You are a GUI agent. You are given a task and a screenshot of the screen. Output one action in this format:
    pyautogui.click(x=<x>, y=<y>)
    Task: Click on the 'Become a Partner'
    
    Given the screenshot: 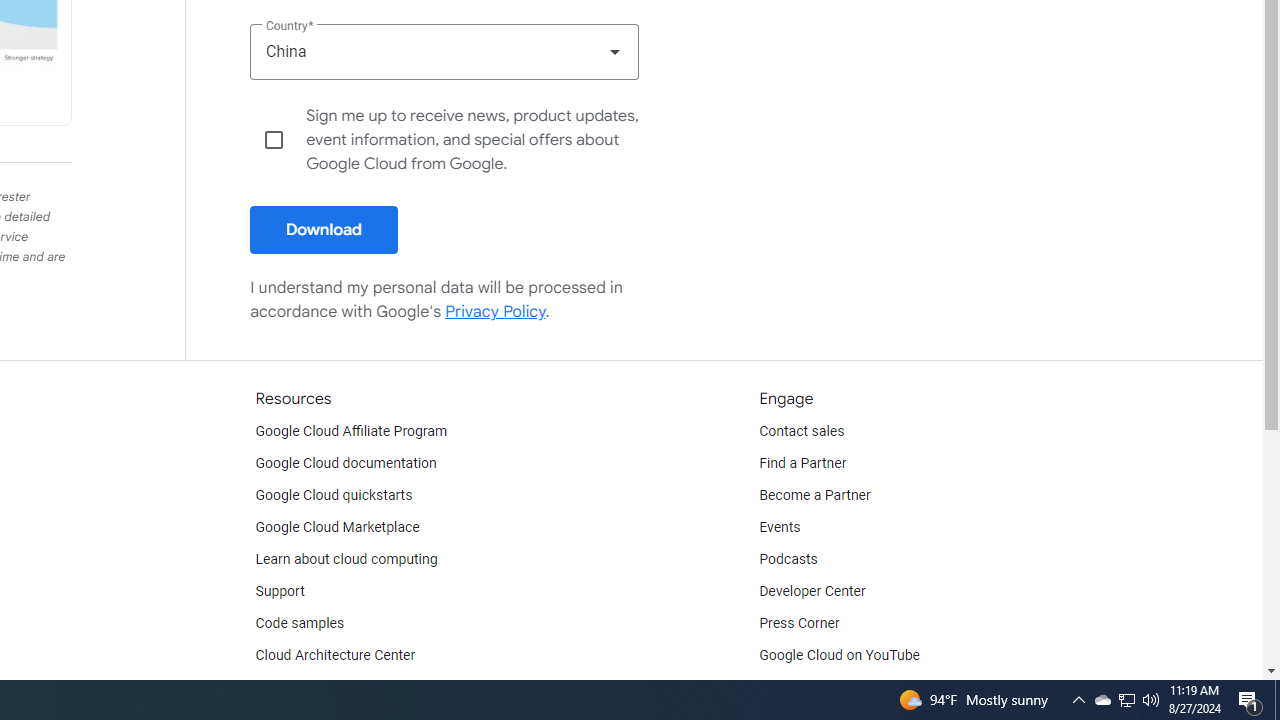 What is the action you would take?
    pyautogui.click(x=814, y=495)
    